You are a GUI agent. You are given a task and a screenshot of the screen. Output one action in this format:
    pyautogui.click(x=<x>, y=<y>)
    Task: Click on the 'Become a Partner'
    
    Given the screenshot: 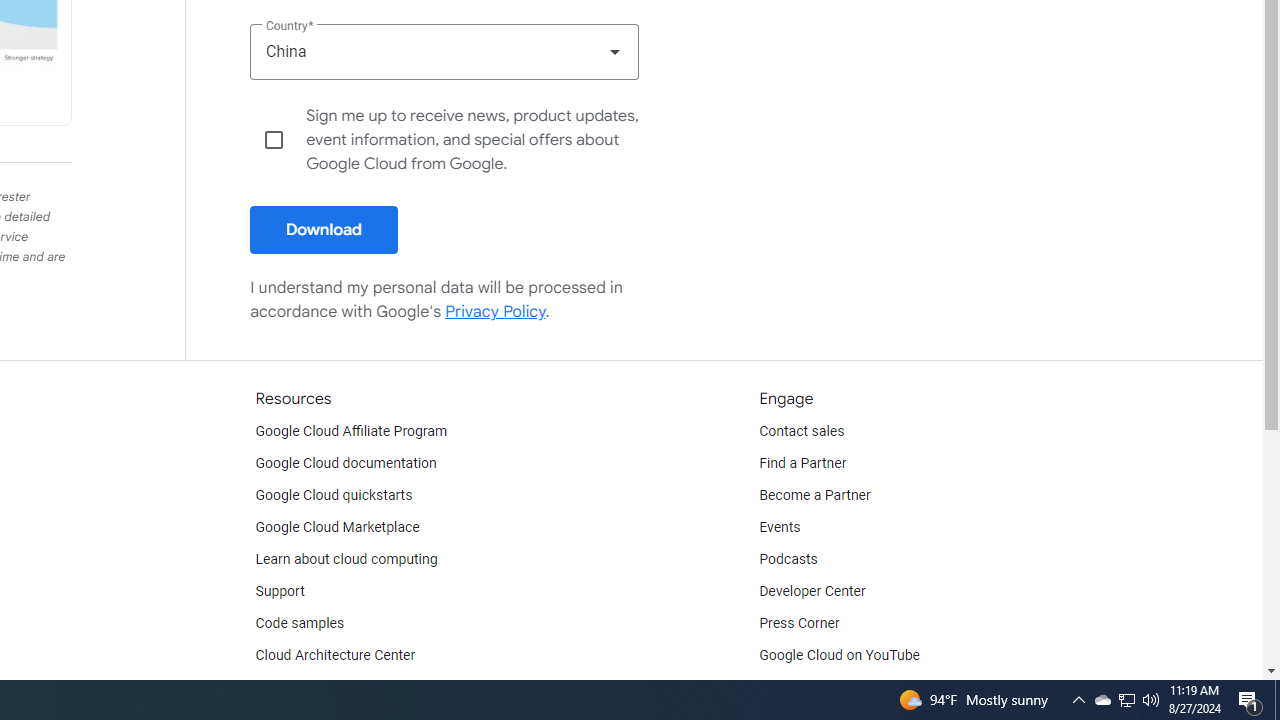 What is the action you would take?
    pyautogui.click(x=814, y=495)
    